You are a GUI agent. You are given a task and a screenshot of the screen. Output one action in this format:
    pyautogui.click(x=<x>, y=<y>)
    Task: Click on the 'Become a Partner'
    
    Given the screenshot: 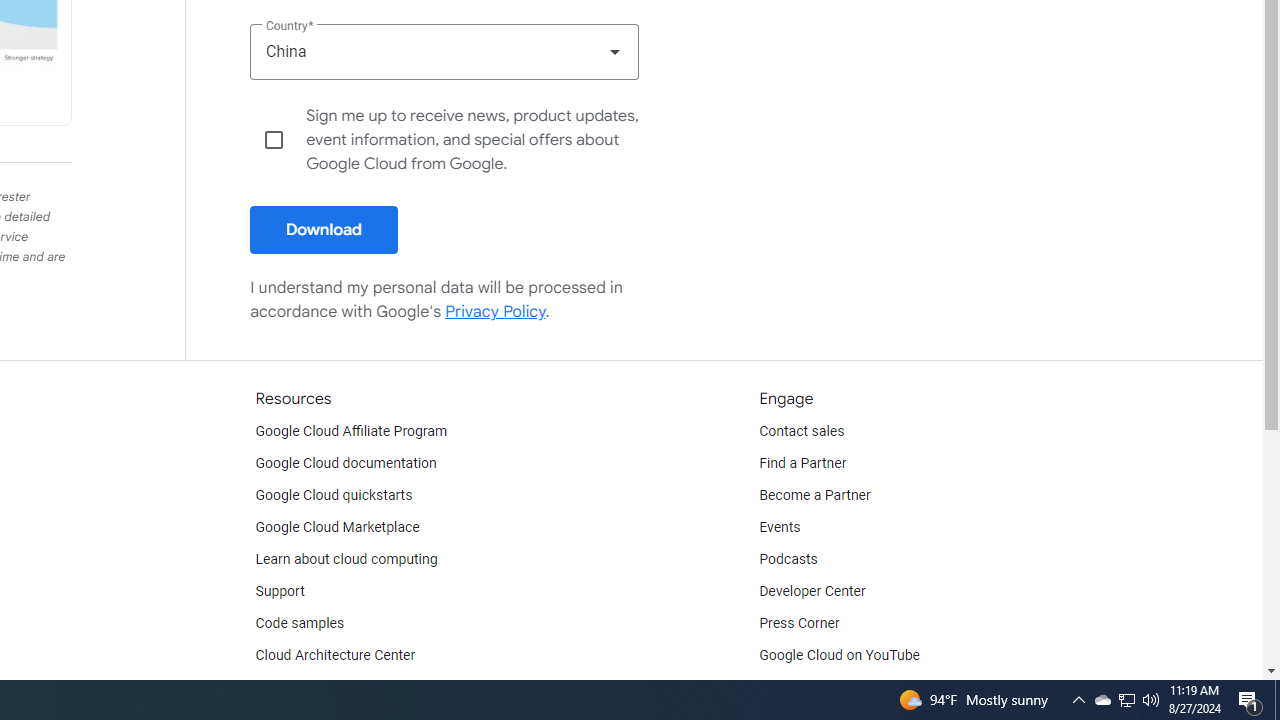 What is the action you would take?
    pyautogui.click(x=814, y=495)
    